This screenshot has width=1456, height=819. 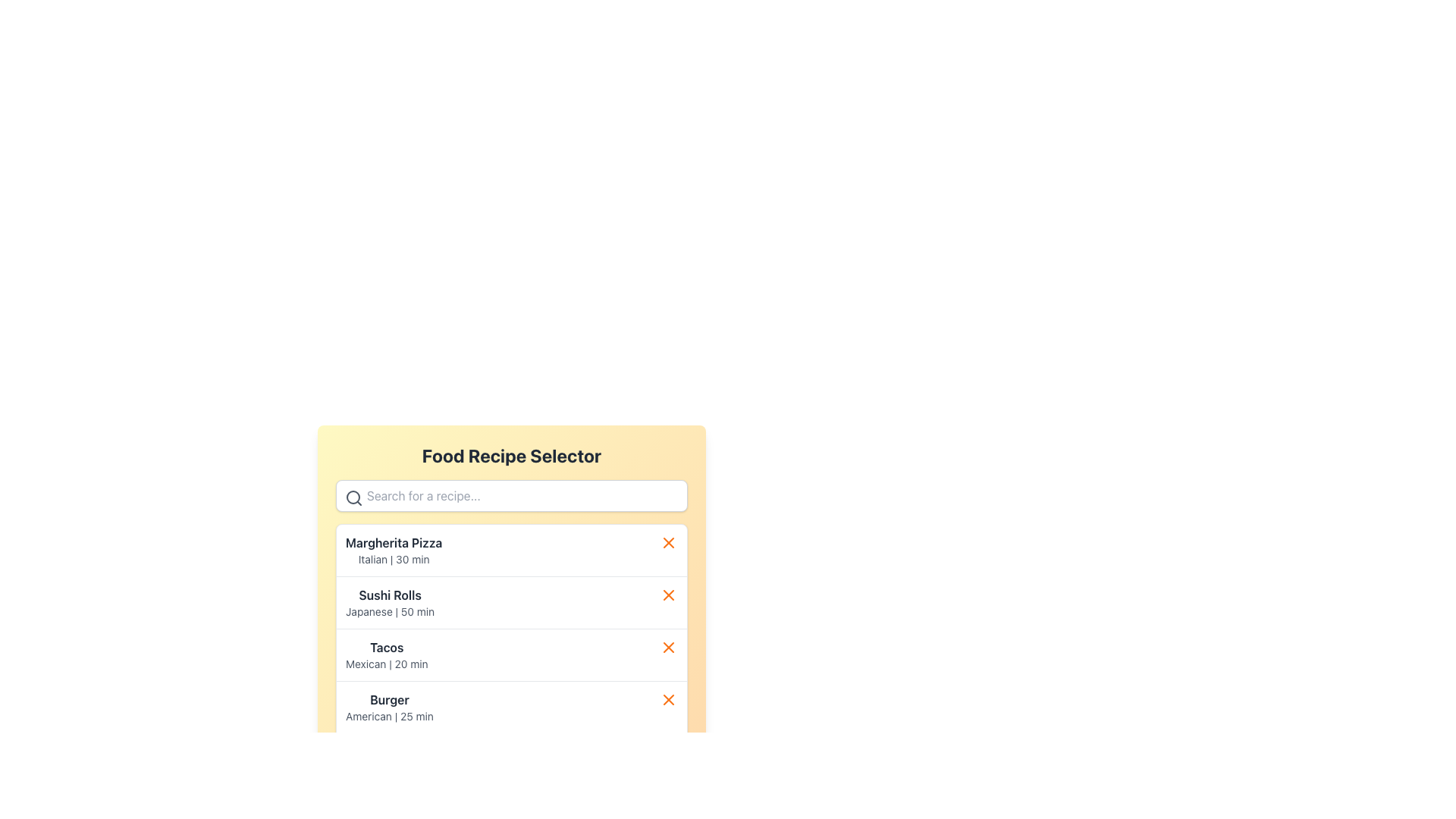 I want to click on supplementary information text label for the recipe 'Margherita Pizza', which specifies its cuisine type and preparation time, so click(x=394, y=559).